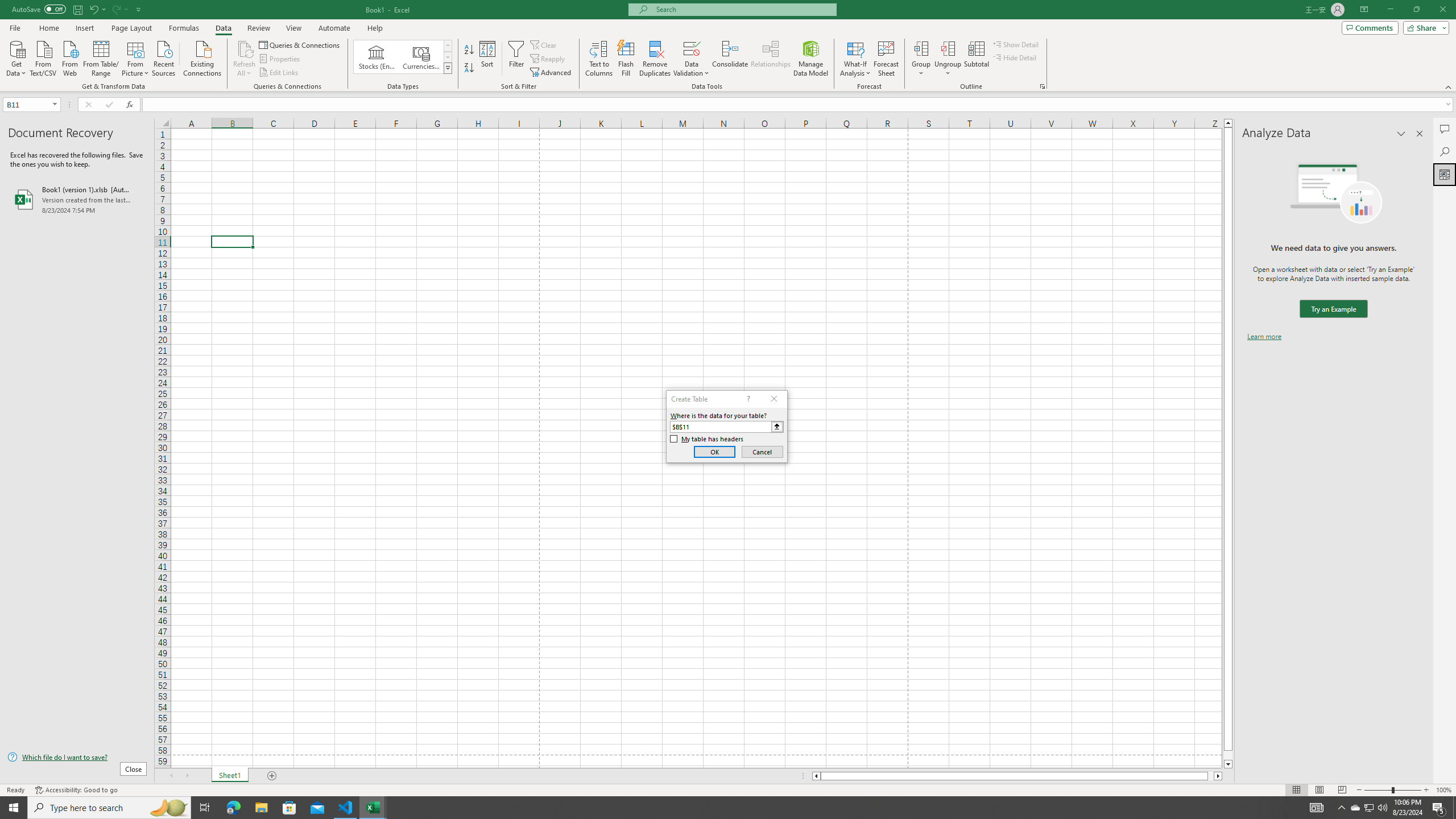  I want to click on 'Learn more', so click(1264, 336).